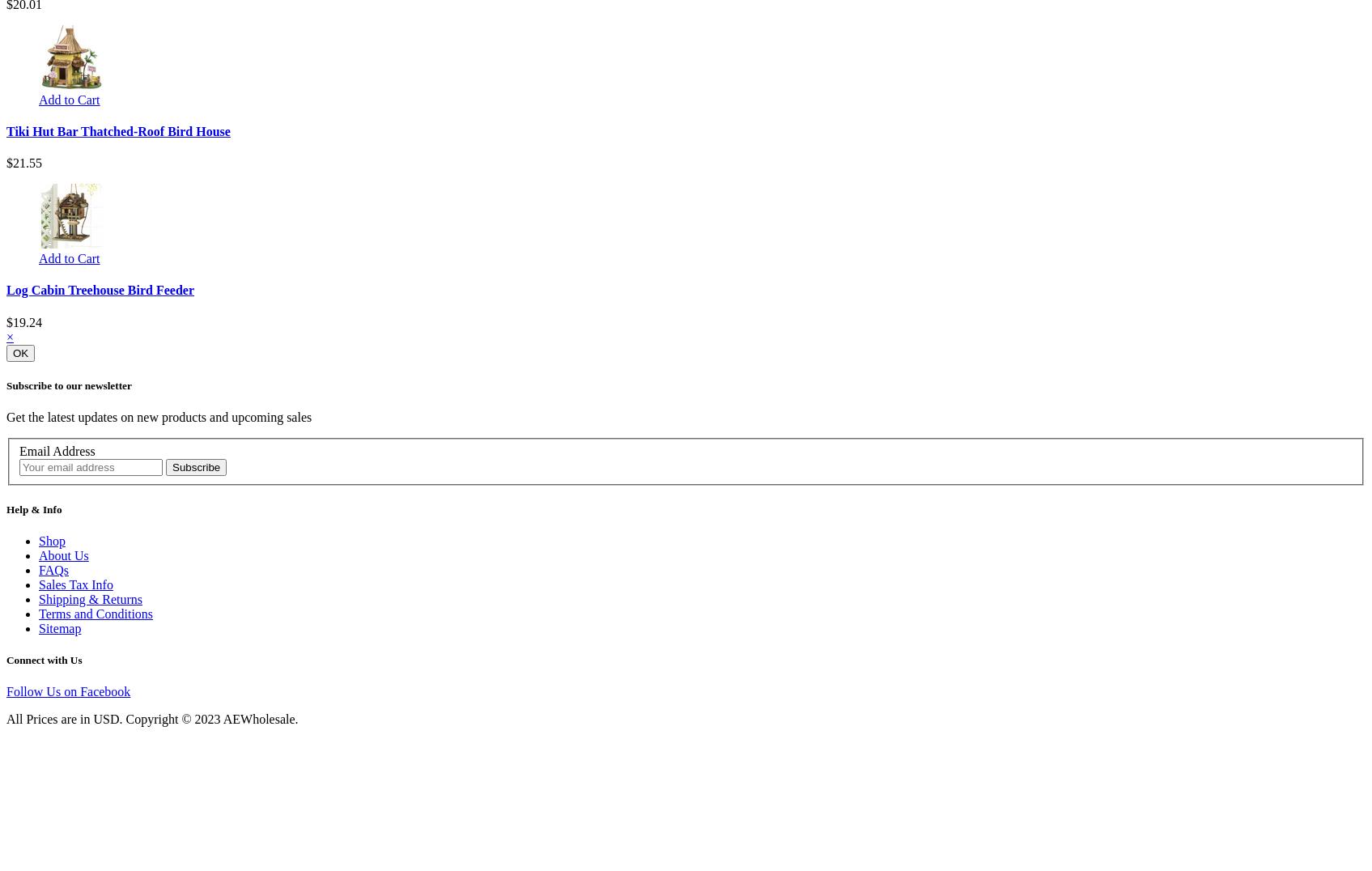 This screenshot has height=871, width=1372. What do you see at coordinates (74, 583) in the screenshot?
I see `'Sales Tax Info'` at bounding box center [74, 583].